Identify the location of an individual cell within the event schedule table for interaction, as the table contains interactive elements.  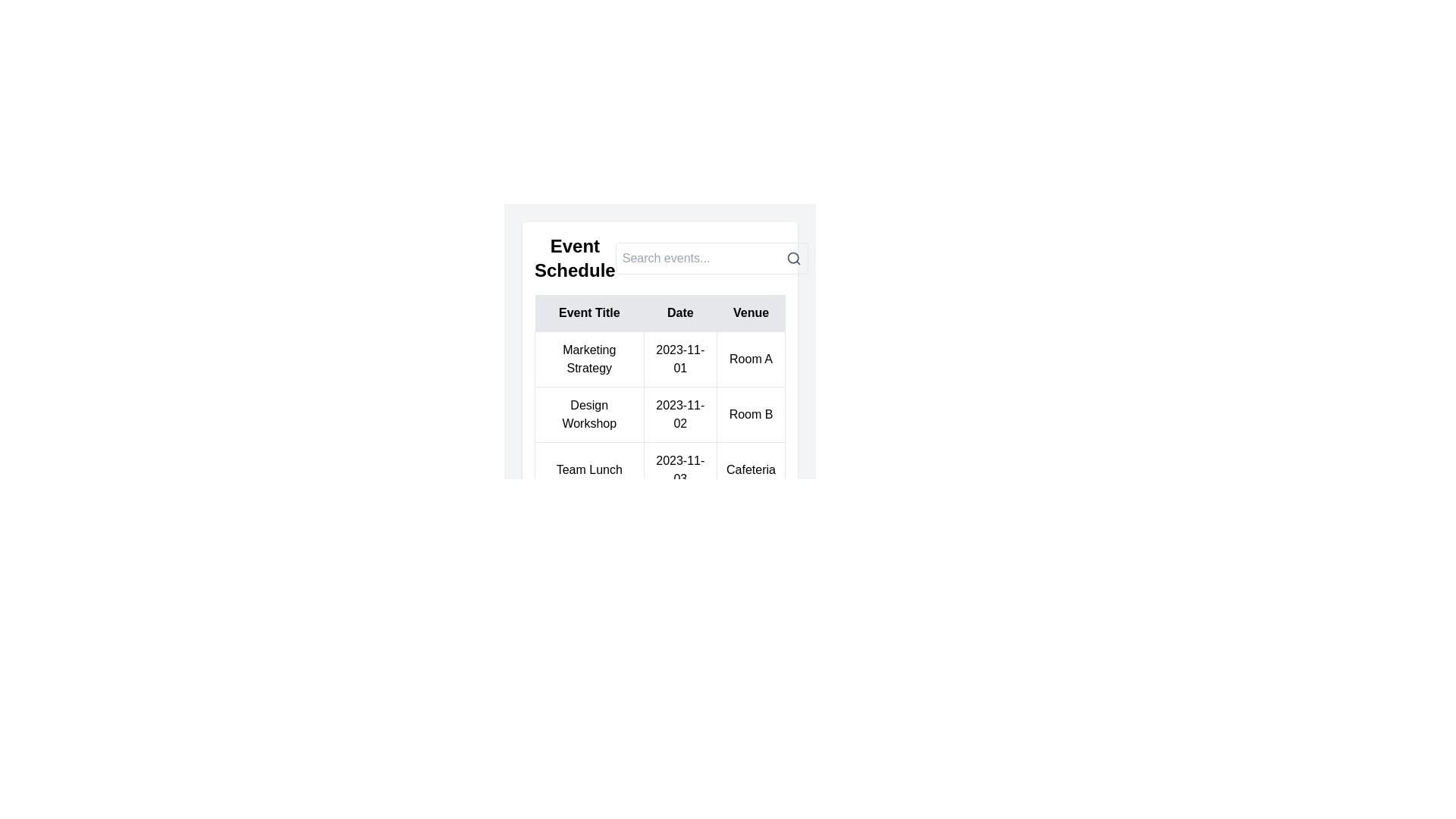
(660, 331).